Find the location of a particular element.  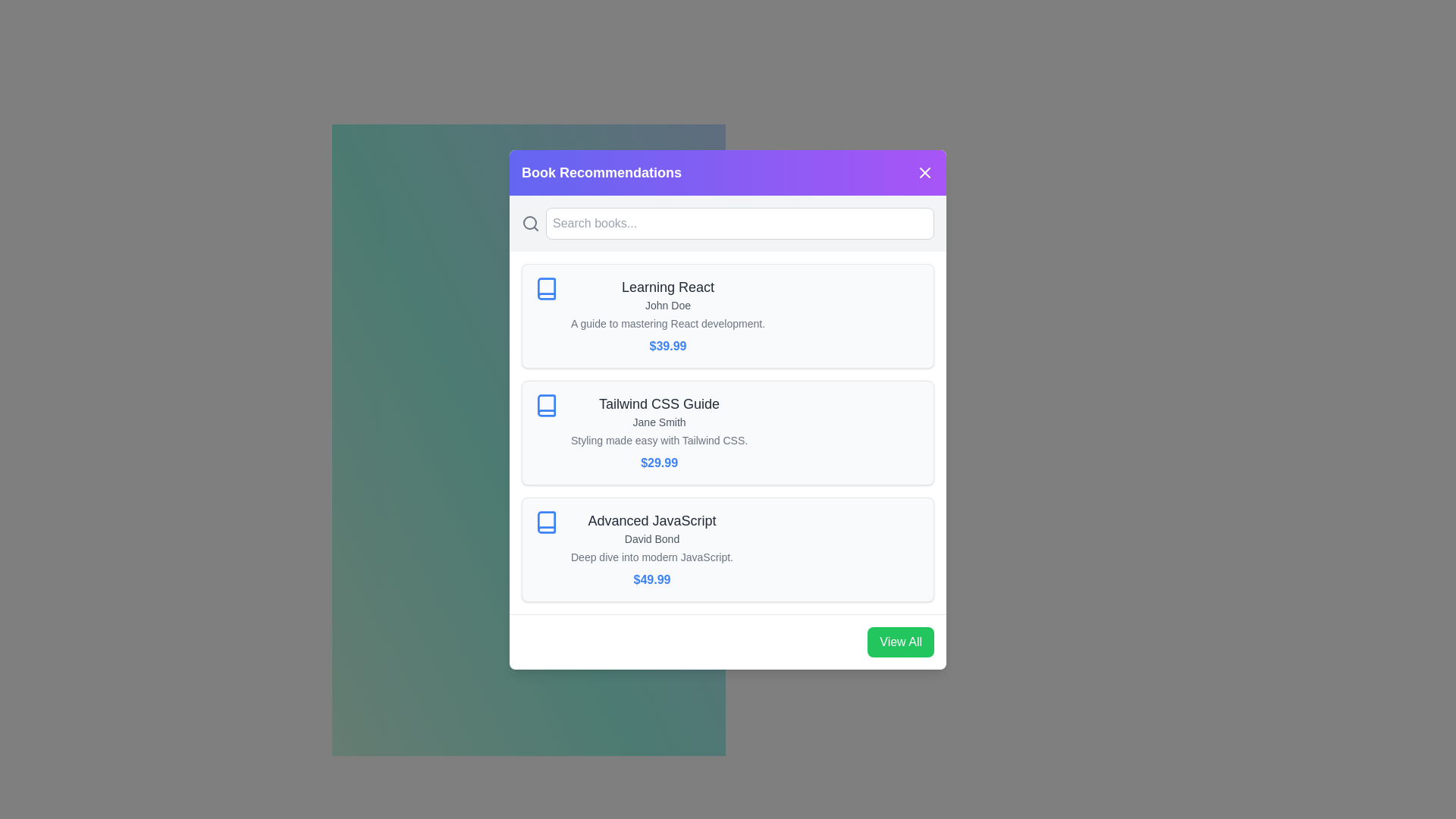

the blue book icon in the 'Book Recommendations' modal, which is the topmost item in the list and left-aligned next to the text 'Learning React' is located at coordinates (546, 288).